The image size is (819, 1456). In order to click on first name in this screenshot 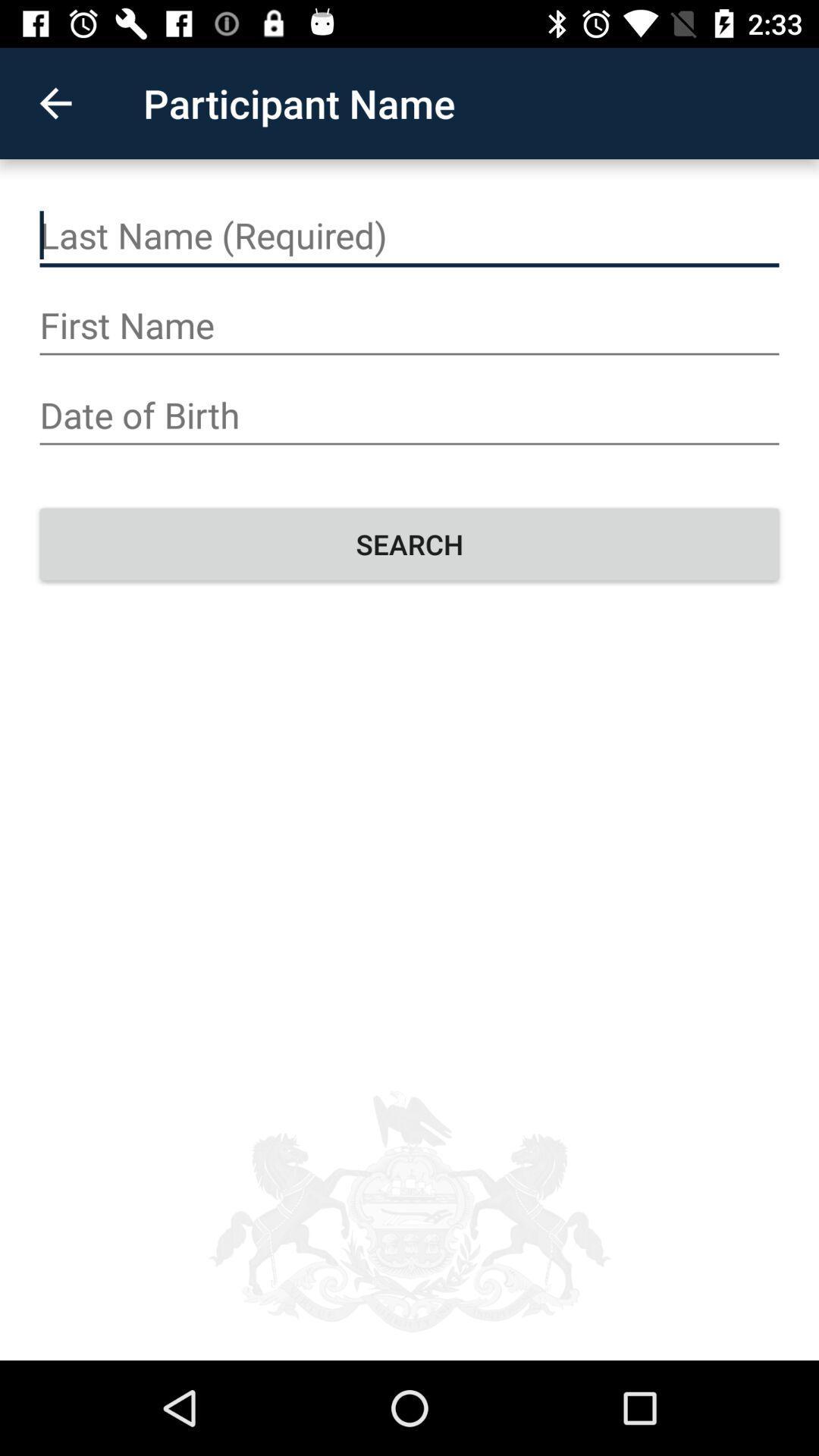, I will do `click(409, 325)`.